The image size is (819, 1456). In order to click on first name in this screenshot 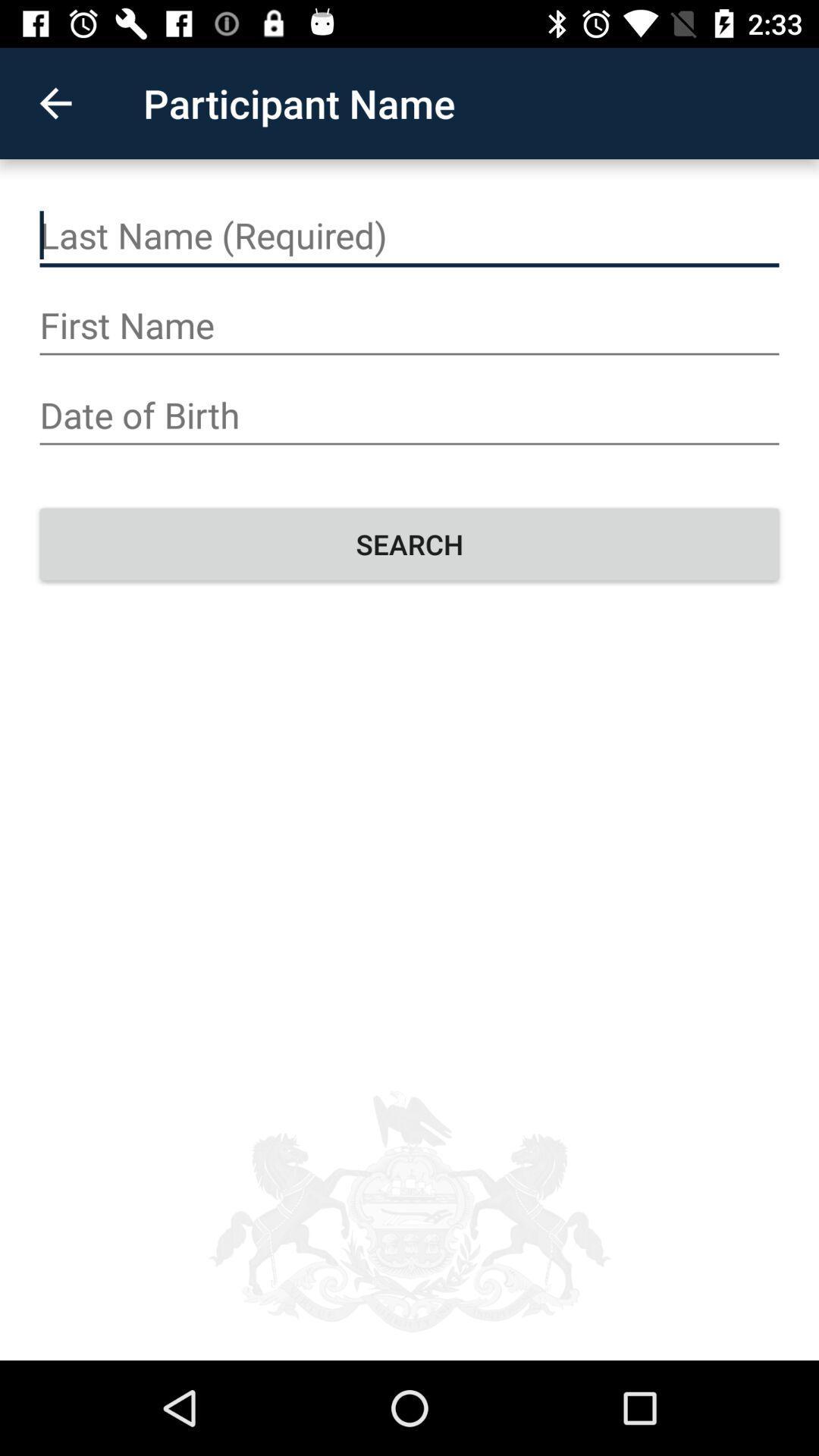, I will do `click(409, 325)`.